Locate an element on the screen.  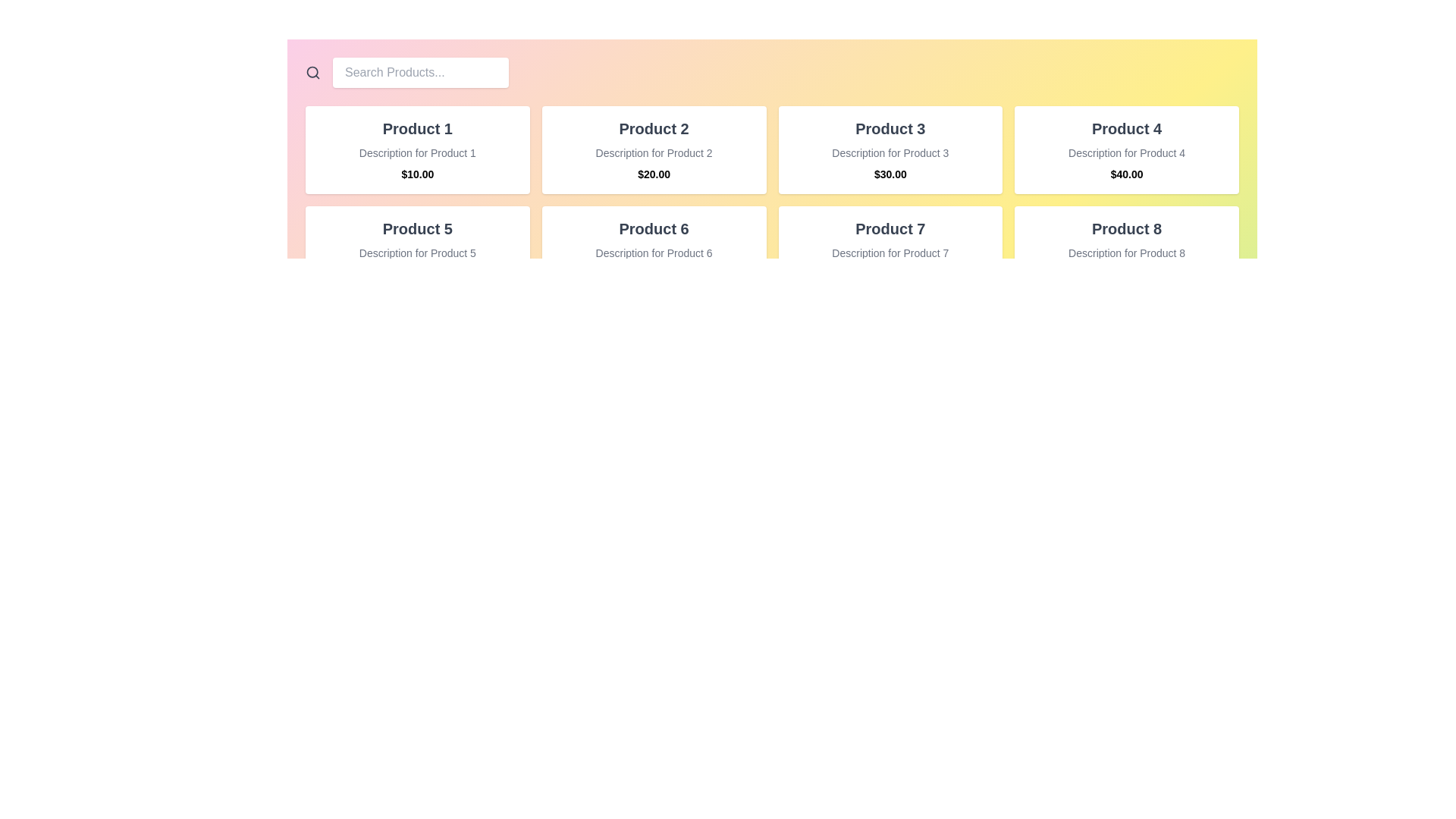
the text label that reads 'Description for Product 4', which is styled with a small font size and muted gray color, located beneath the product title 'Product 4' and above the price '$40.00' in the fourth card of a grid layout is located at coordinates (1127, 152).